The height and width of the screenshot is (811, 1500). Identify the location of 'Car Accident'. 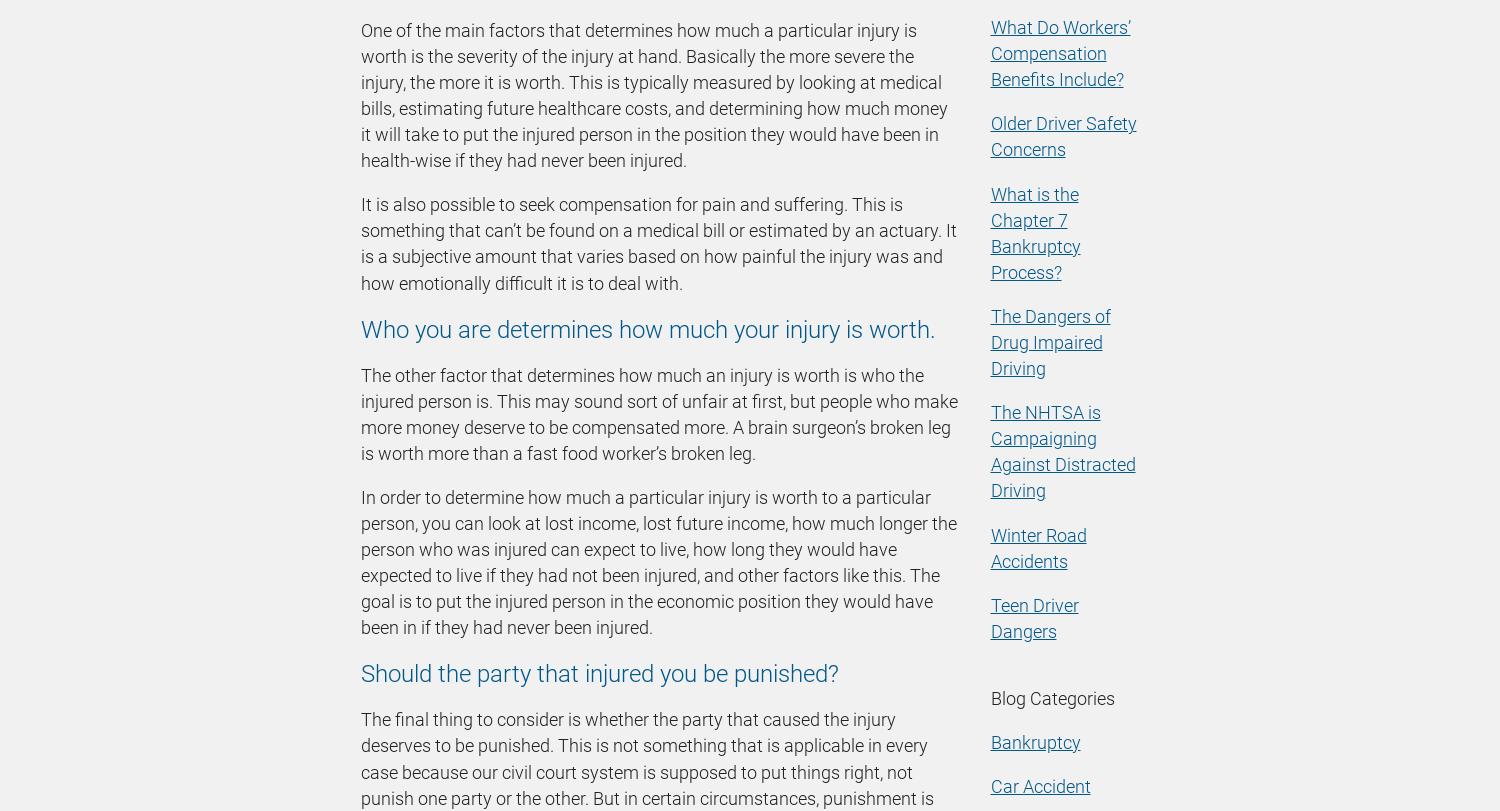
(1039, 785).